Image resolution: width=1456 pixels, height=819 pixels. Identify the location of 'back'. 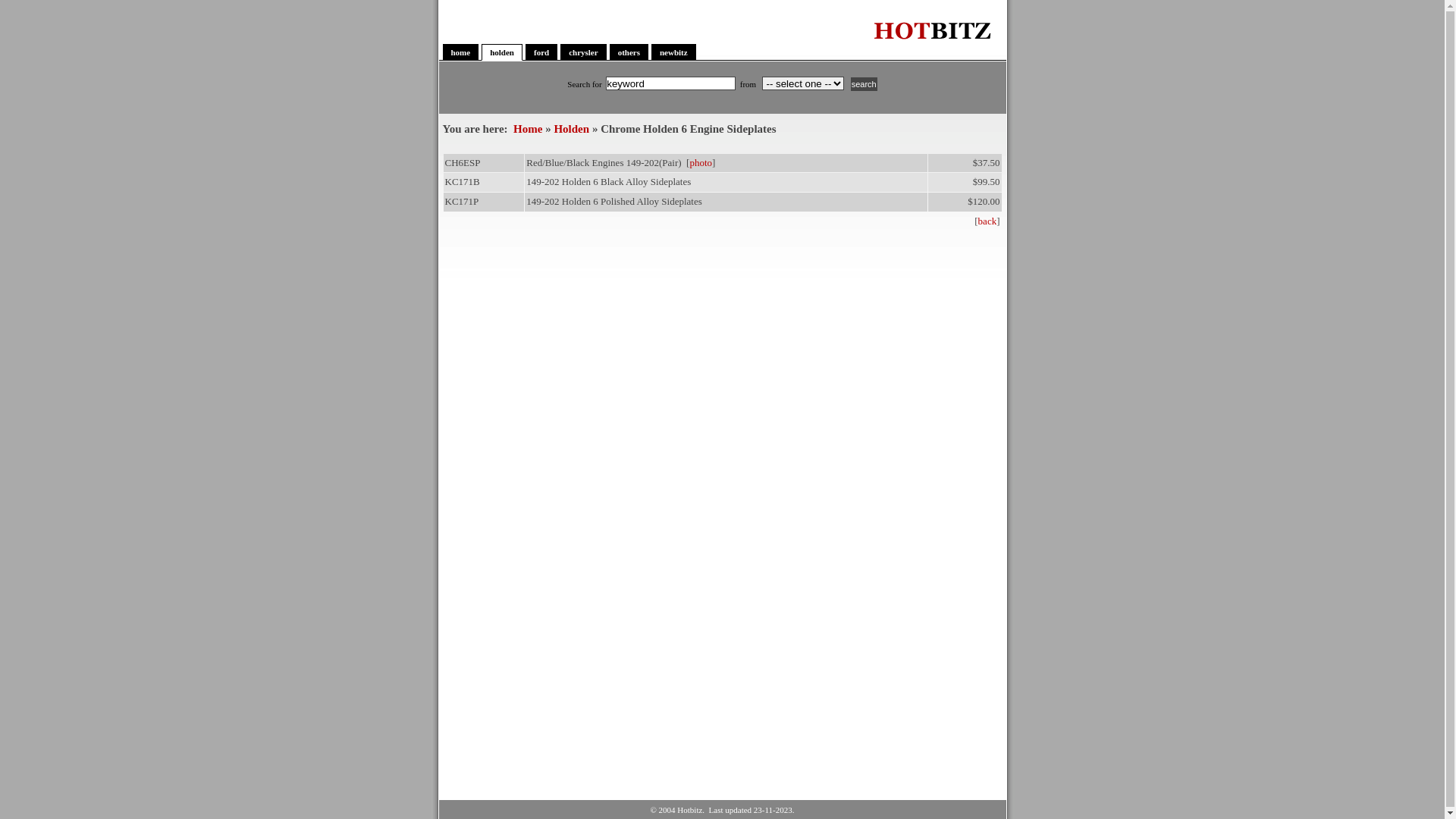
(987, 221).